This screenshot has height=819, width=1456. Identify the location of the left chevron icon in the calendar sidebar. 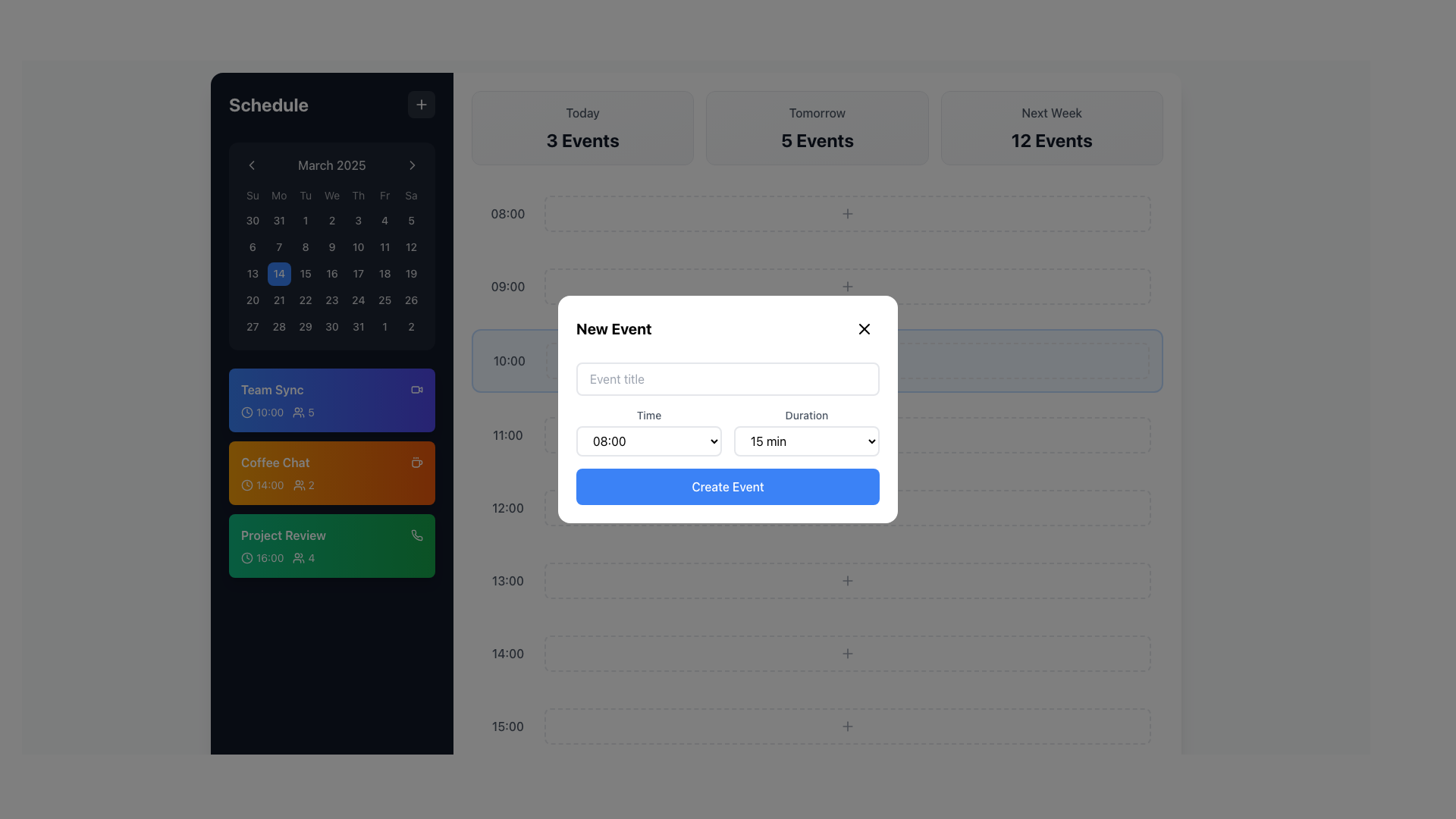
(251, 165).